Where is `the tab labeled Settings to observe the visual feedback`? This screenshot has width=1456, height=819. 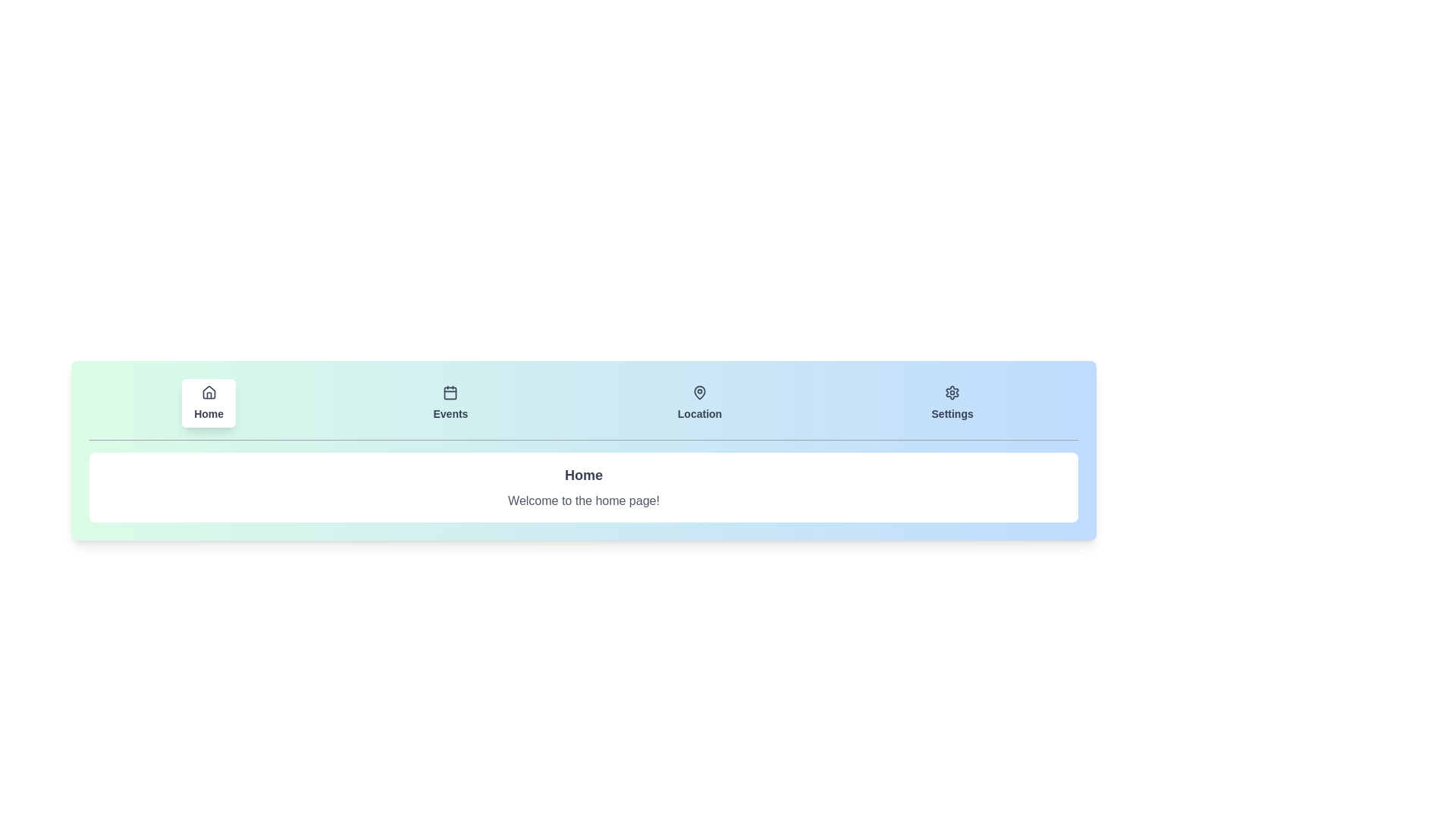
the tab labeled Settings to observe the visual feedback is located at coordinates (952, 403).